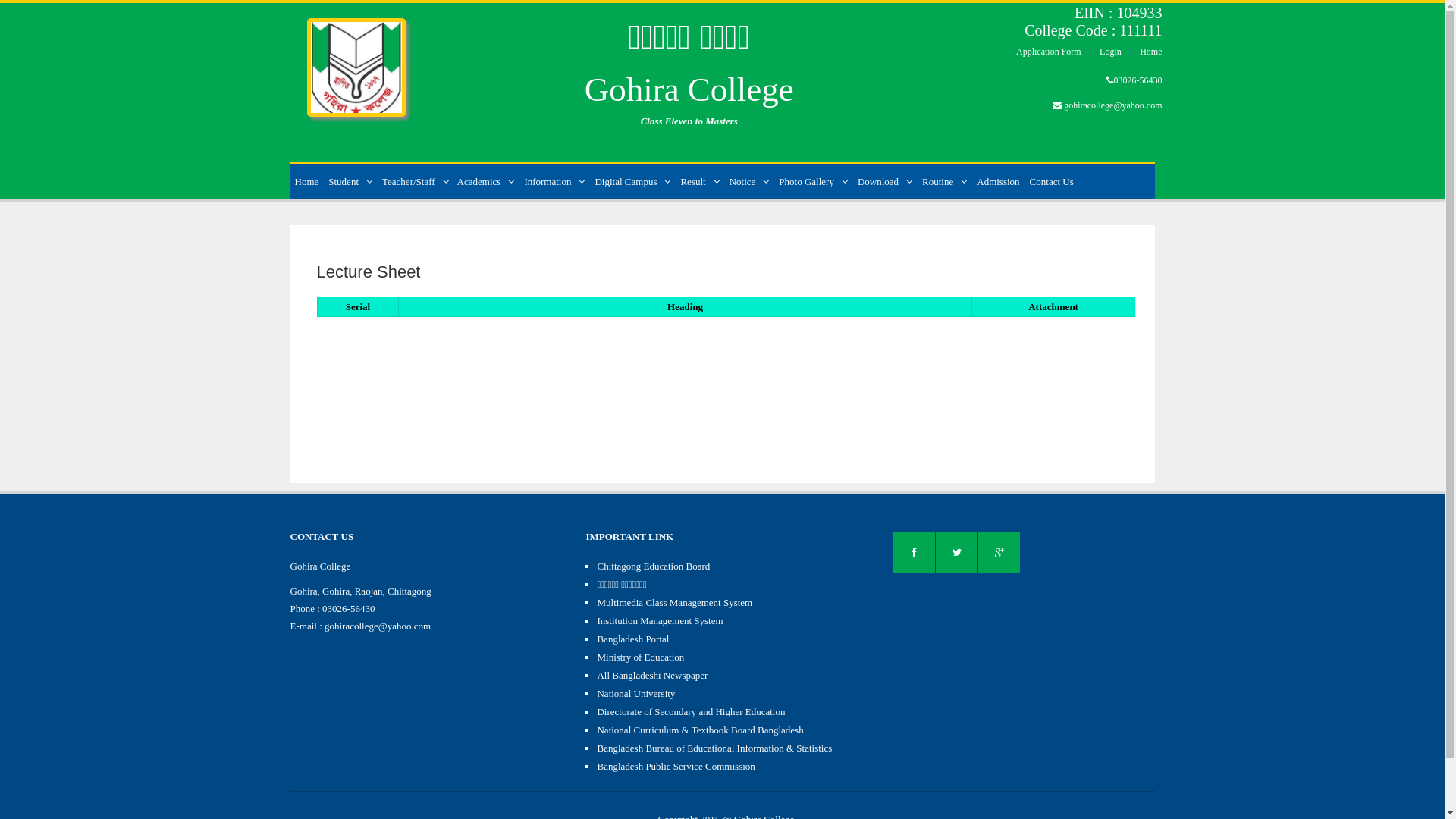  Describe the element at coordinates (997, 180) in the screenshot. I see `'Admission'` at that location.